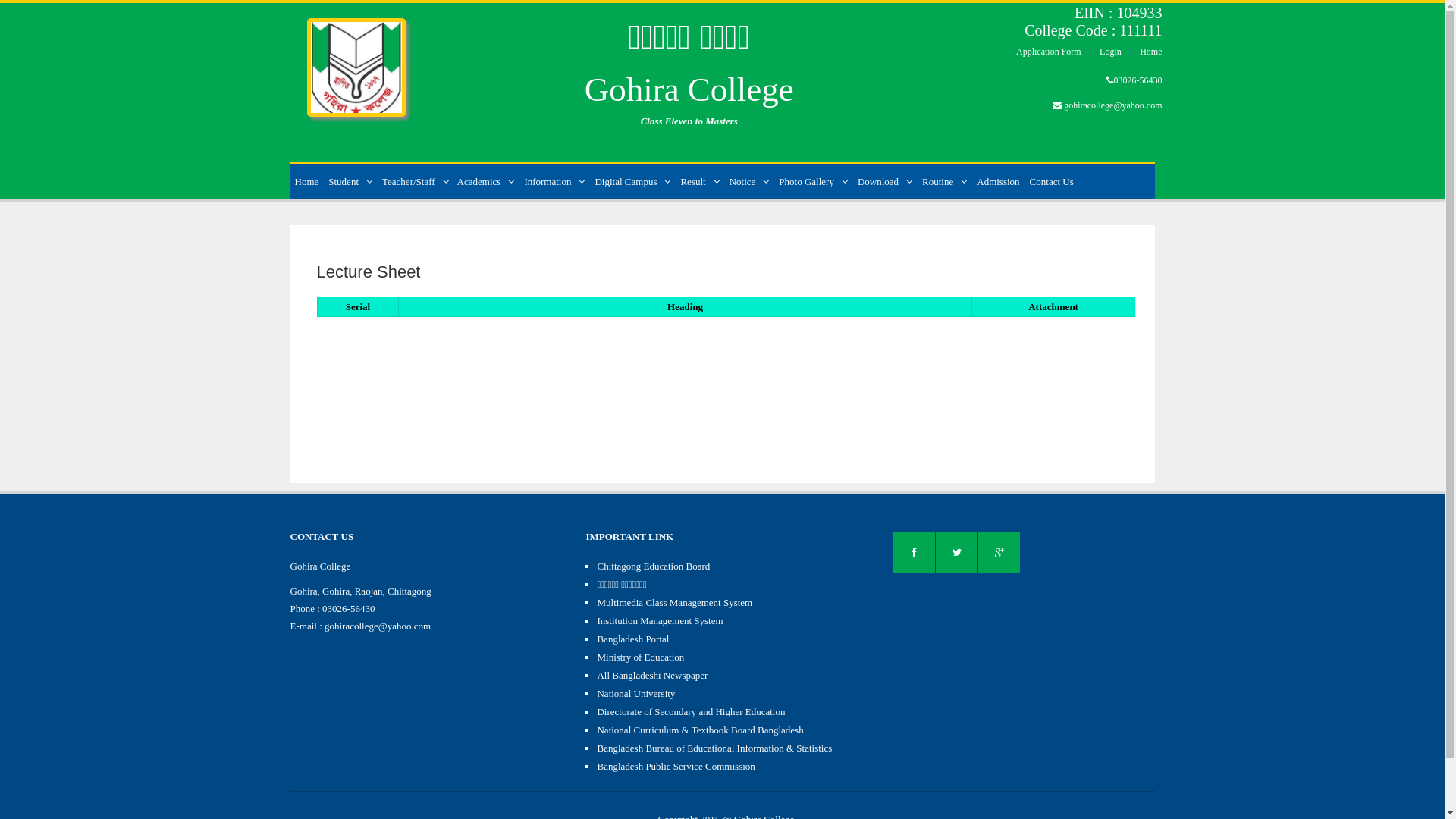  Describe the element at coordinates (997, 180) in the screenshot. I see `'Admission'` at that location.